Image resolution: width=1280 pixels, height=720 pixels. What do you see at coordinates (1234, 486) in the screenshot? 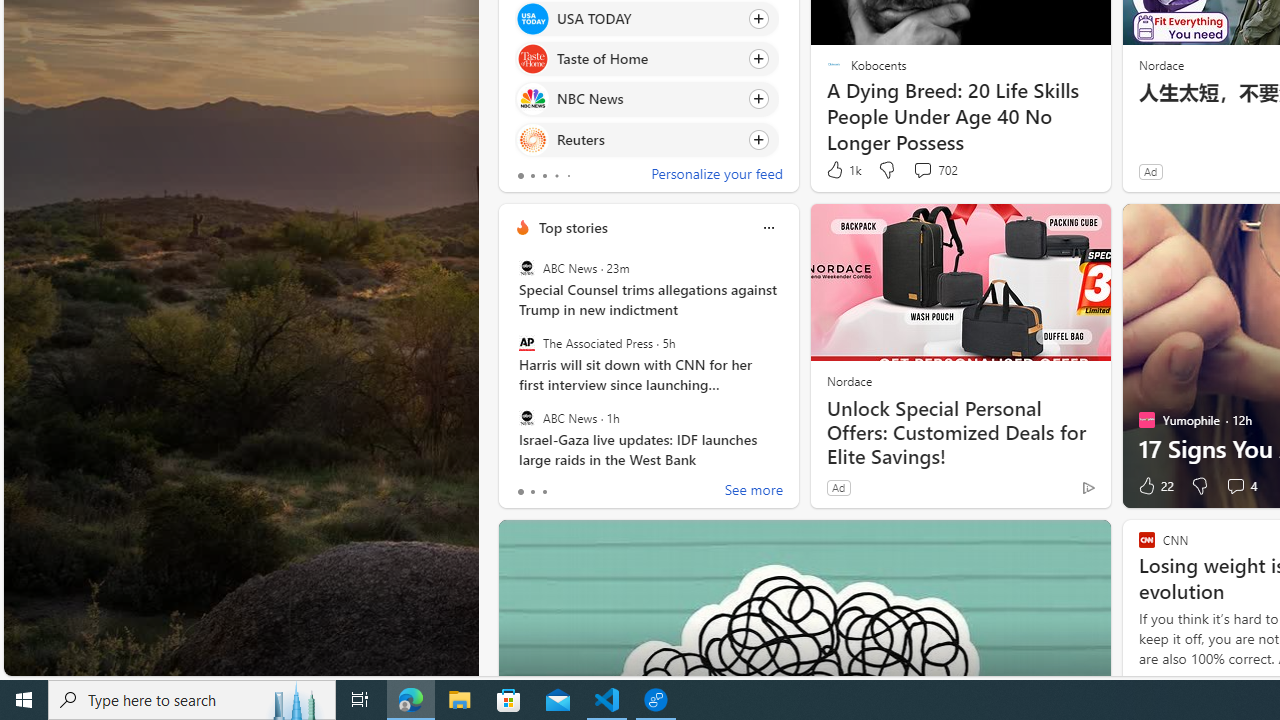
I see `'View comments 4 Comment'` at bounding box center [1234, 486].